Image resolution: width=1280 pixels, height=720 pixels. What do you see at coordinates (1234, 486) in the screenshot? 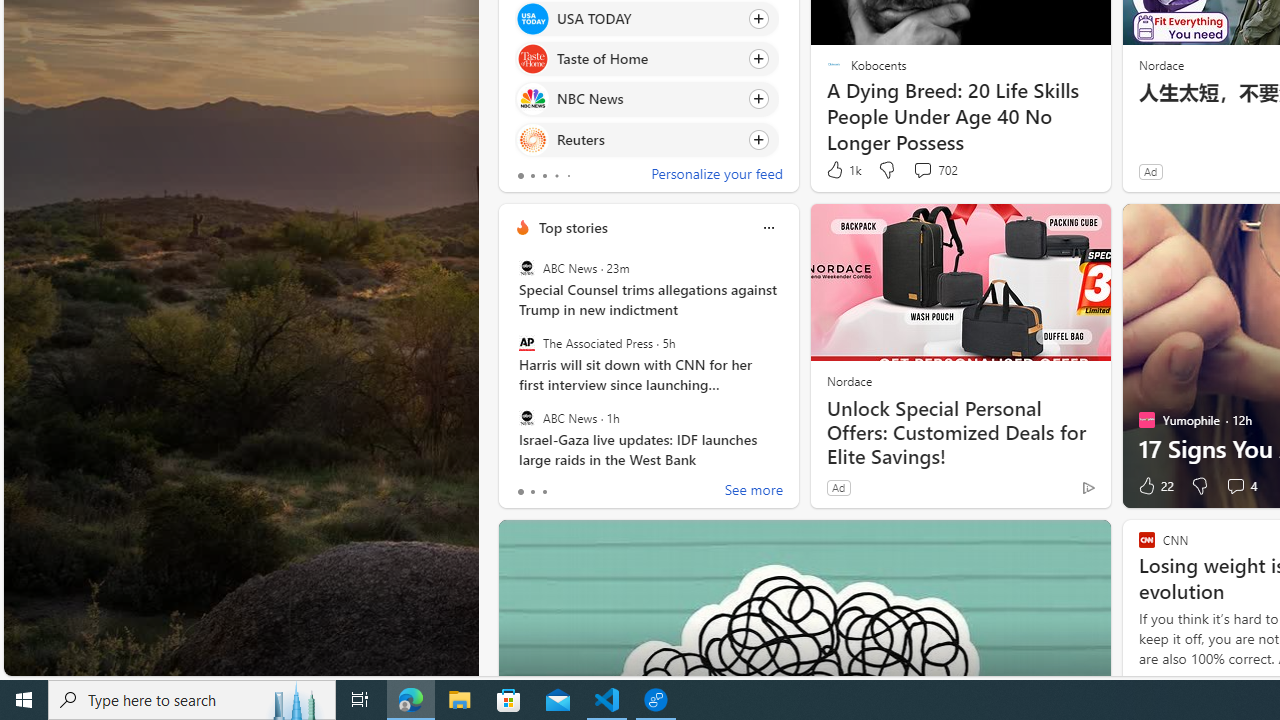
I see `'View comments 4 Comment'` at bounding box center [1234, 486].